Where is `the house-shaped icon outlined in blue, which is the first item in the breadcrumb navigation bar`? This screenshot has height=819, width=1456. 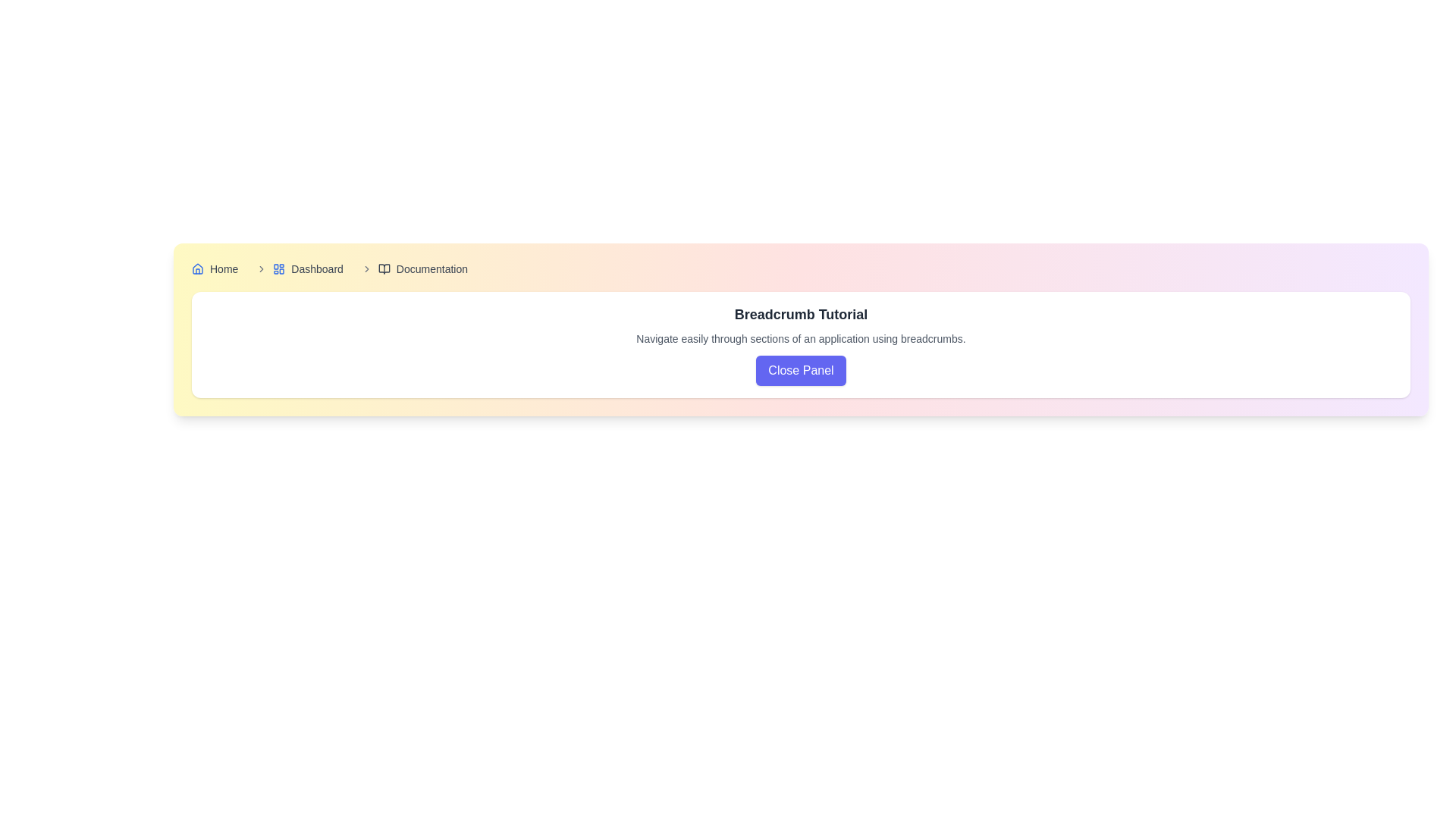 the house-shaped icon outlined in blue, which is the first item in the breadcrumb navigation bar is located at coordinates (196, 268).